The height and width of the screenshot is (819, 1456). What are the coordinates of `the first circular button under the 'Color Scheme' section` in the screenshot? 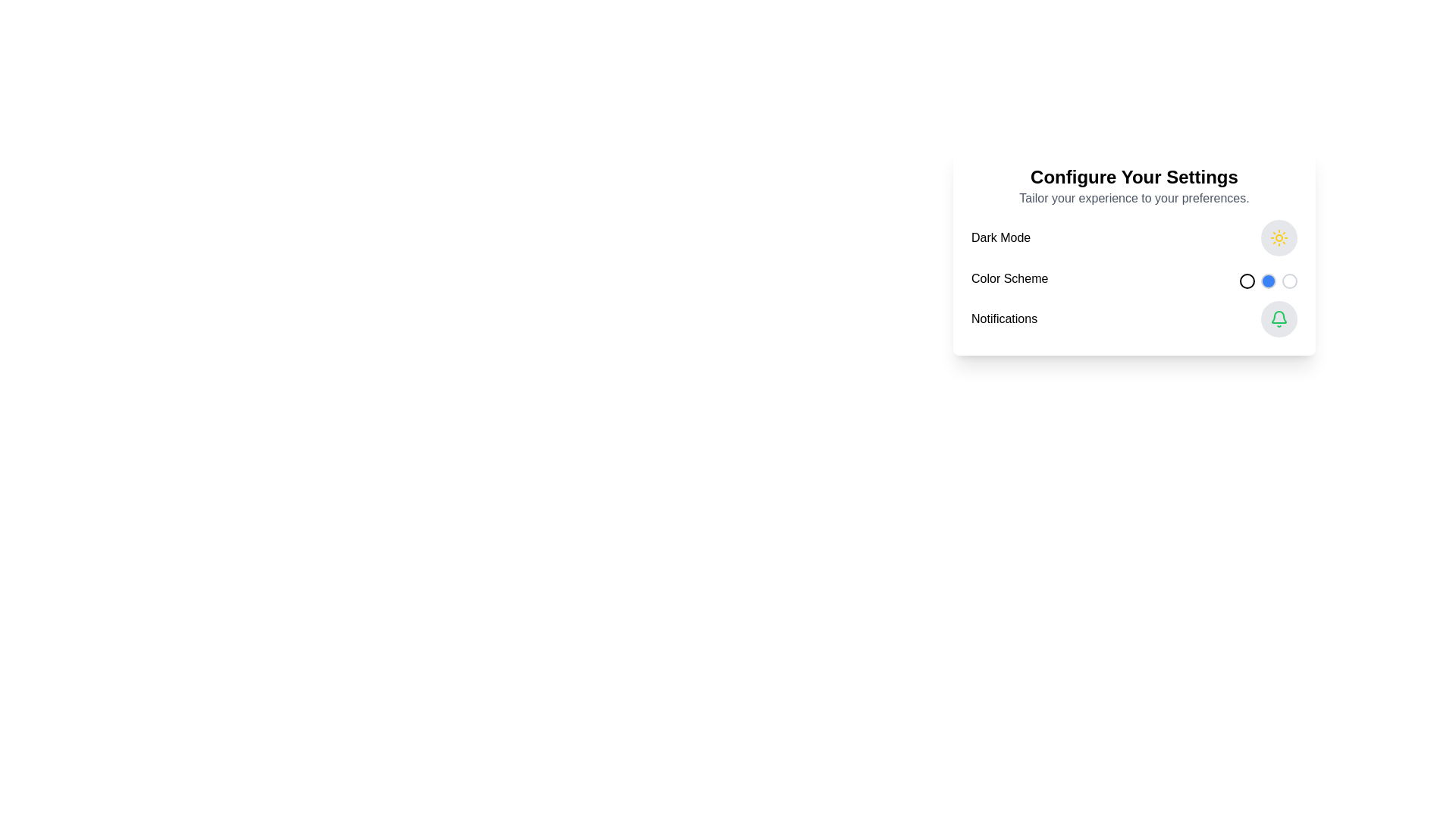 It's located at (1247, 281).